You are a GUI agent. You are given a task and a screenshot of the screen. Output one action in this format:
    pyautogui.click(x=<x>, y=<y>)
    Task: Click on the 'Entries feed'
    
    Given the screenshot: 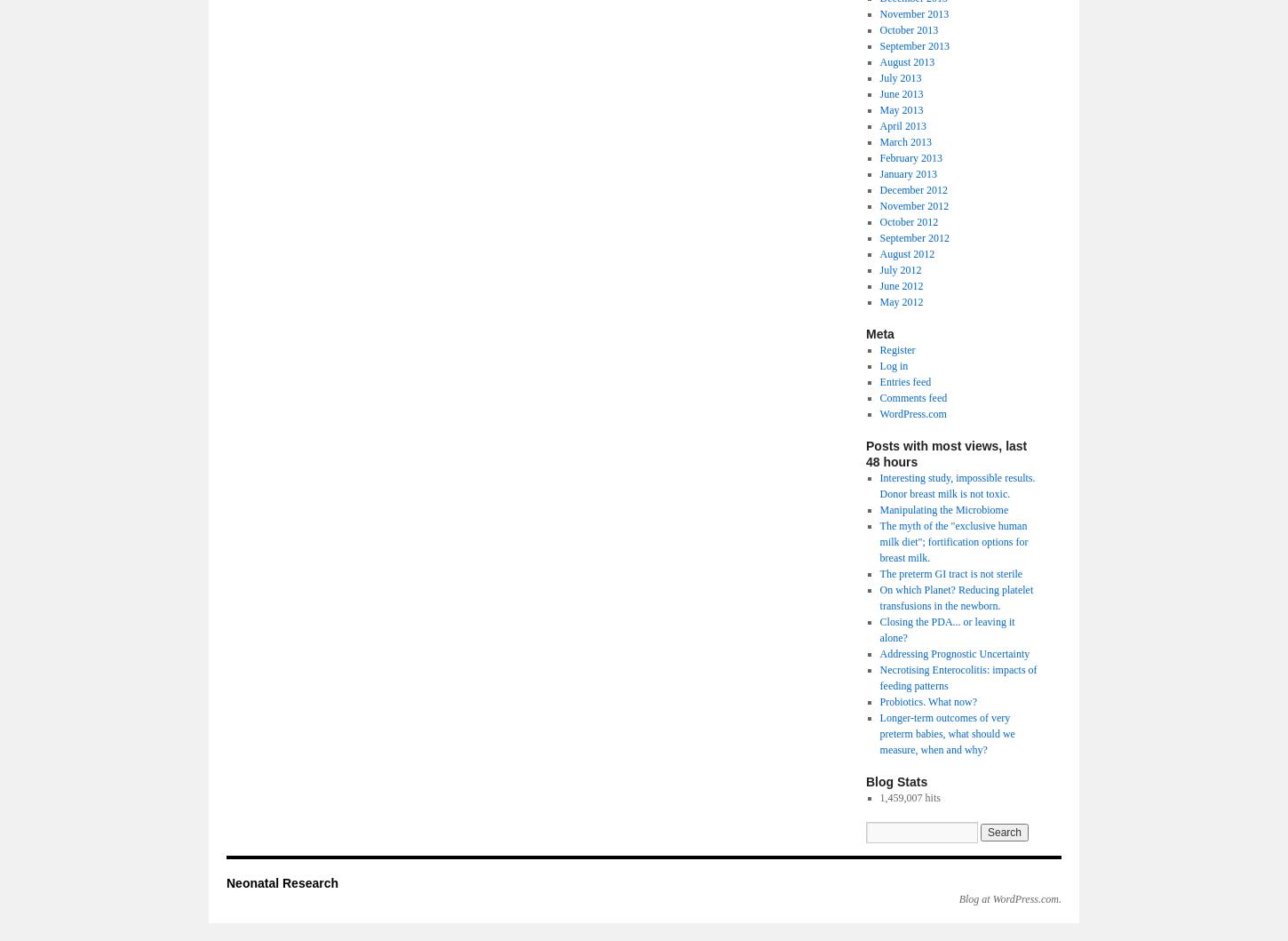 What is the action you would take?
    pyautogui.click(x=905, y=381)
    